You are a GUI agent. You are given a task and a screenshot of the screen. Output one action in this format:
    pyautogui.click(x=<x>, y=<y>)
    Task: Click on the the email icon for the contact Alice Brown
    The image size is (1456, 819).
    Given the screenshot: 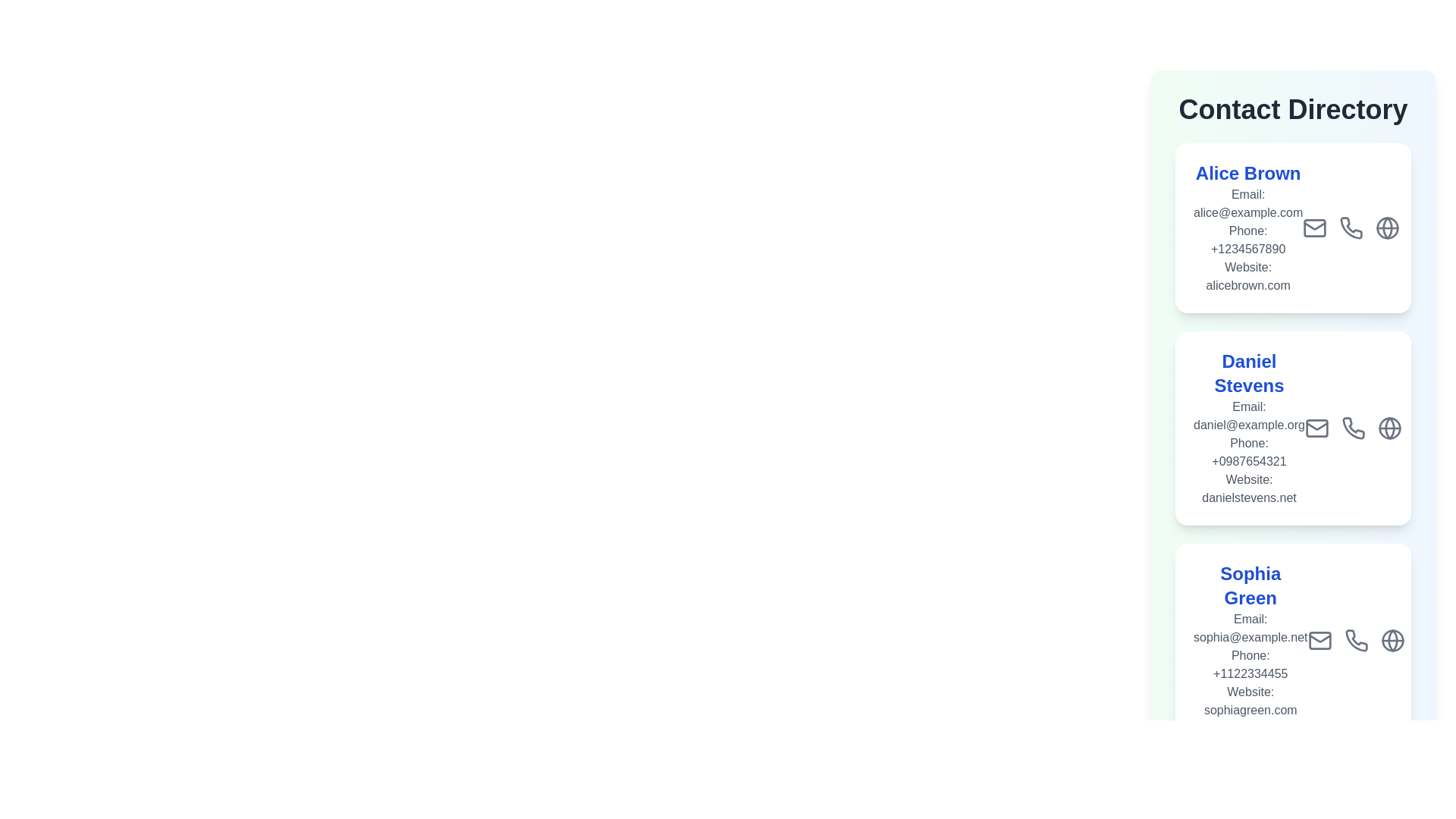 What is the action you would take?
    pyautogui.click(x=1314, y=227)
    